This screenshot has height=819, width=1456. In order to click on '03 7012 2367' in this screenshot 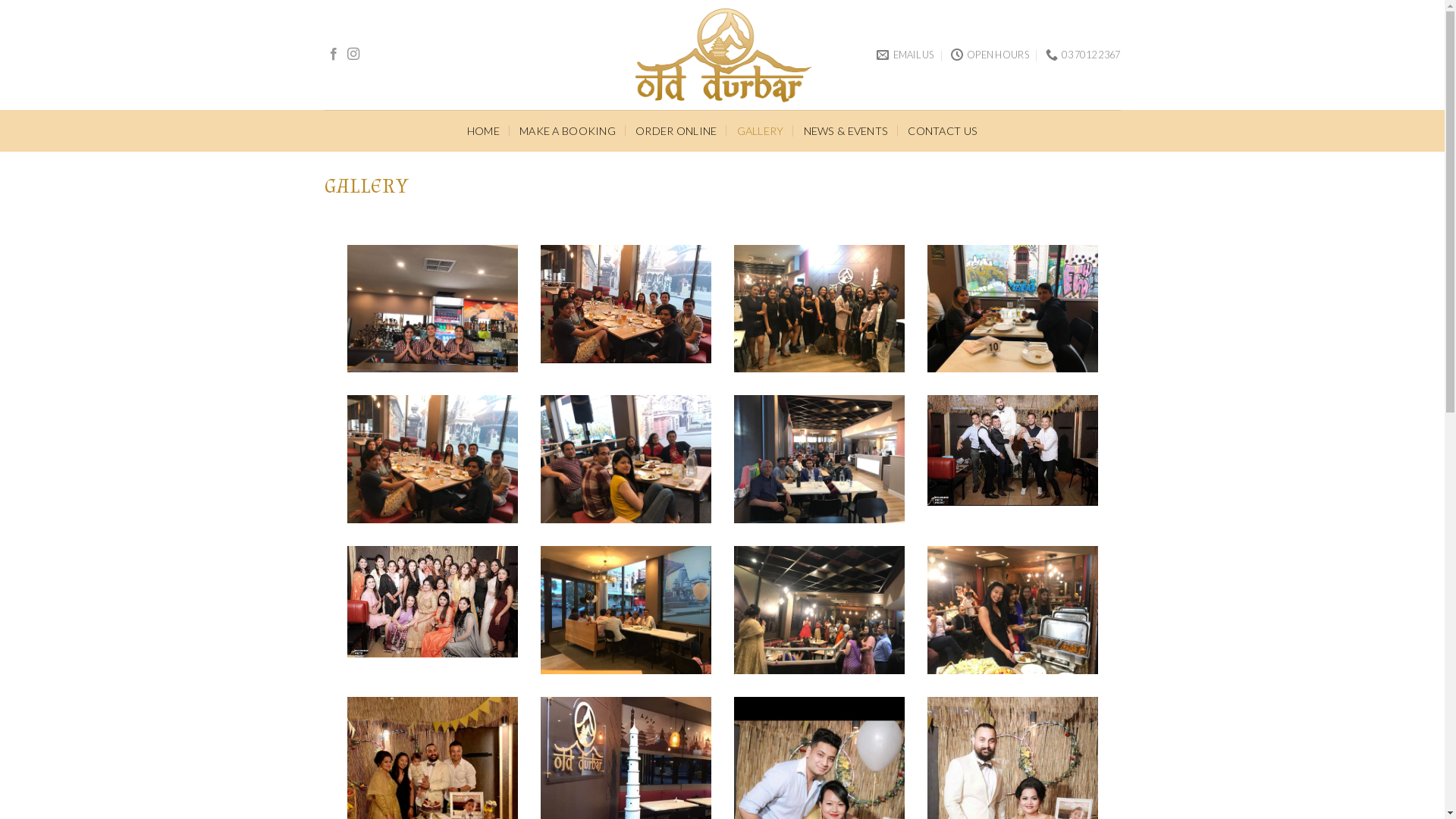, I will do `click(1082, 54)`.